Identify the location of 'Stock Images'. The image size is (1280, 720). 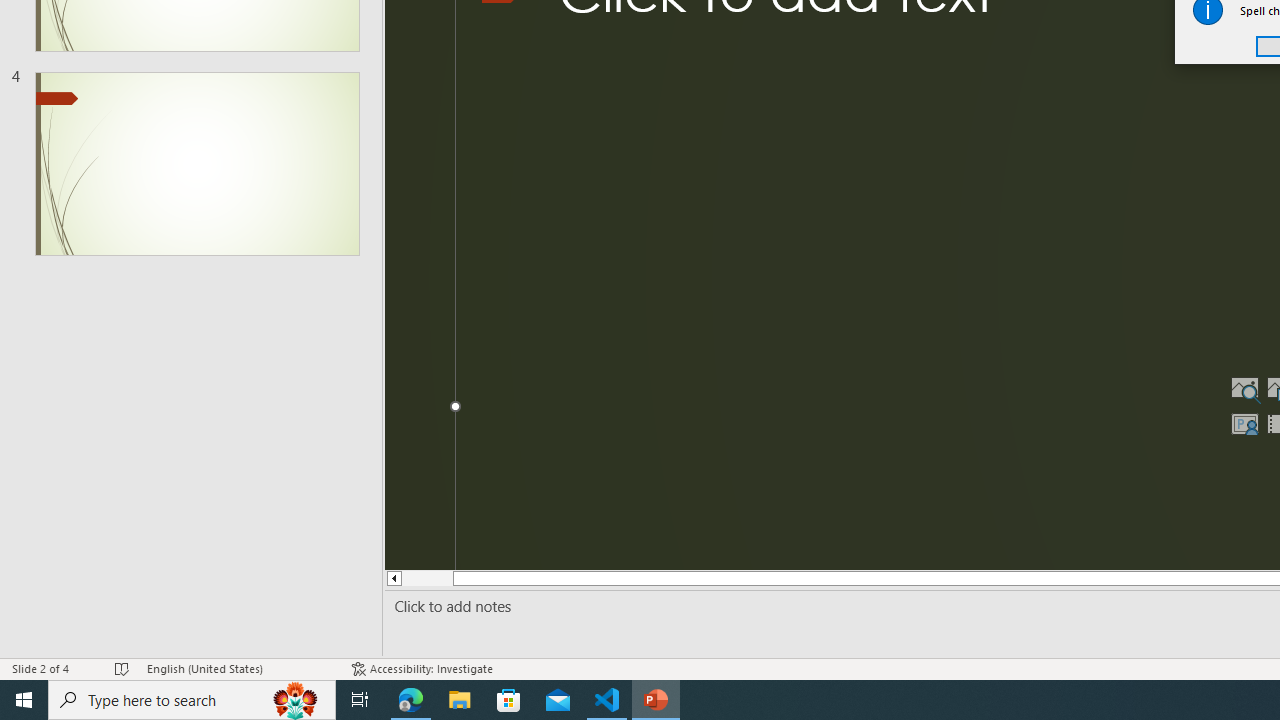
(1243, 388).